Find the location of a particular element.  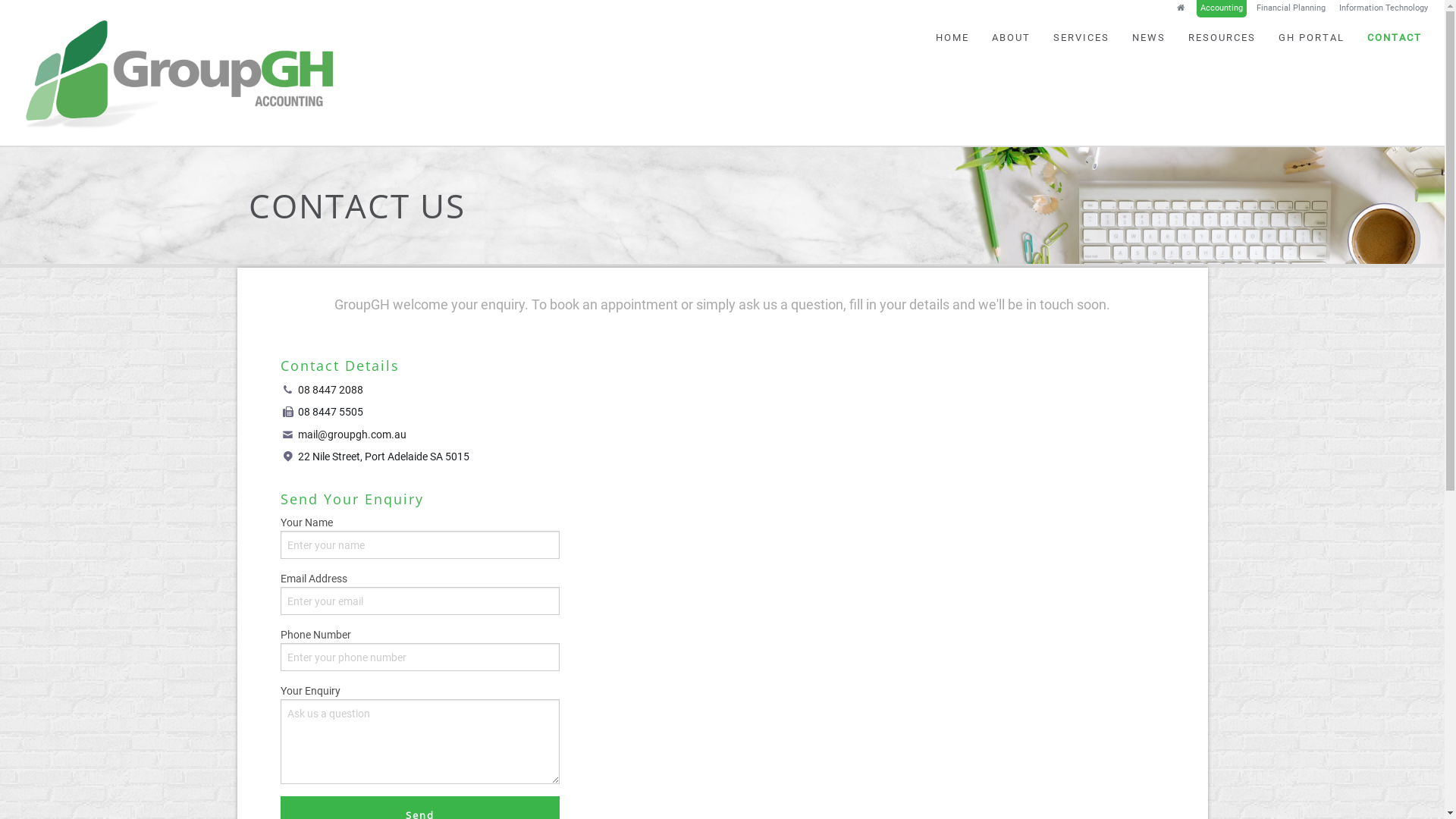

'NEWS' is located at coordinates (1149, 36).